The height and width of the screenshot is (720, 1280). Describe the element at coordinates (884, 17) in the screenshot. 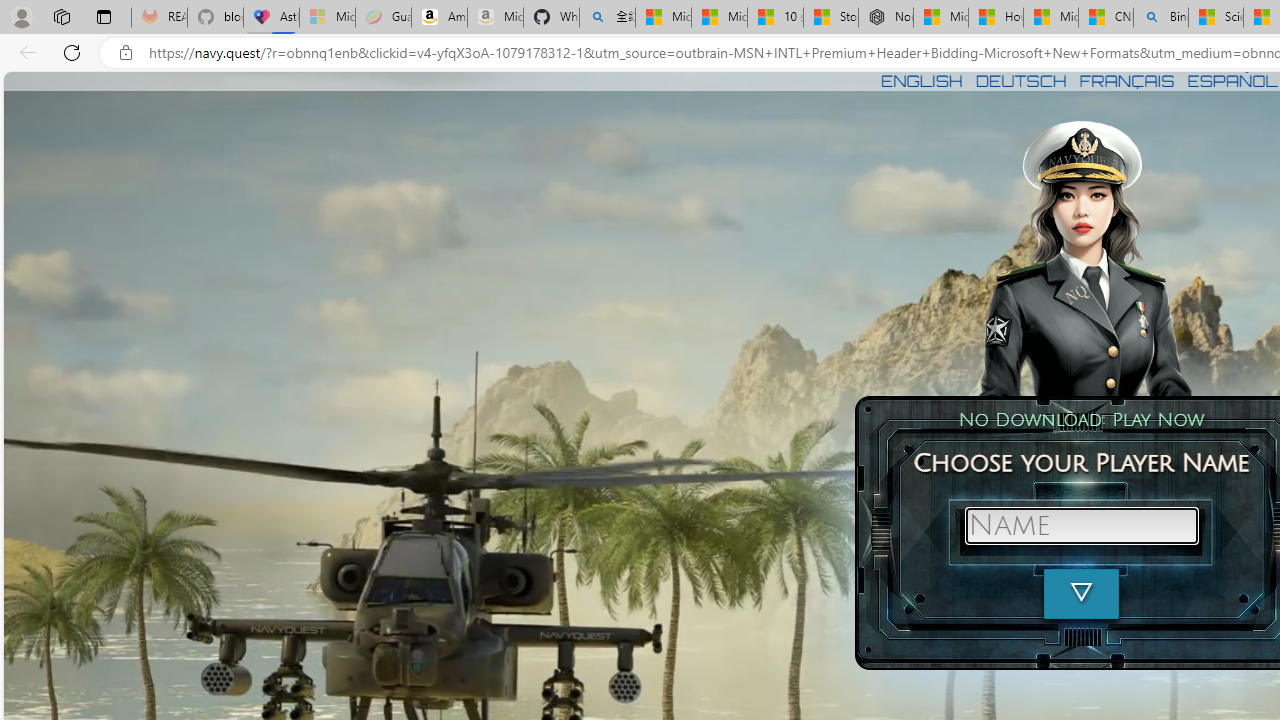

I see `'Nordace - Nordace Siena Is Not An Ordinary Backpack'` at that location.